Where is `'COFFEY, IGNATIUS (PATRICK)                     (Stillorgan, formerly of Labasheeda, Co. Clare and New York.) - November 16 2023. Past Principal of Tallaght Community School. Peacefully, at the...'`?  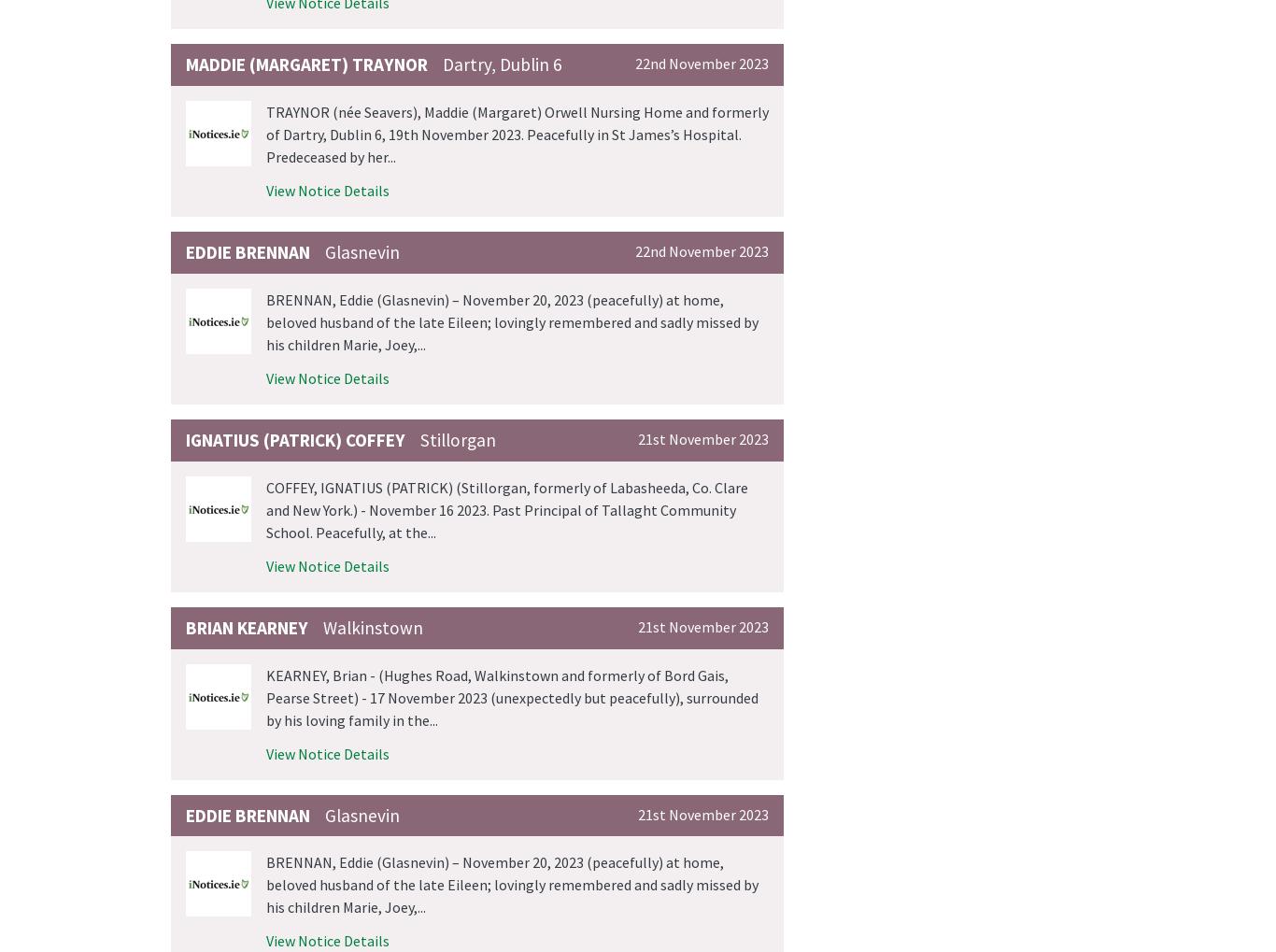 'COFFEY, IGNATIUS (PATRICK)                     (Stillorgan, formerly of Labasheeda, Co. Clare and New York.) - November 16 2023. Past Principal of Tallaght Community School. Peacefully, at the...' is located at coordinates (506, 508).